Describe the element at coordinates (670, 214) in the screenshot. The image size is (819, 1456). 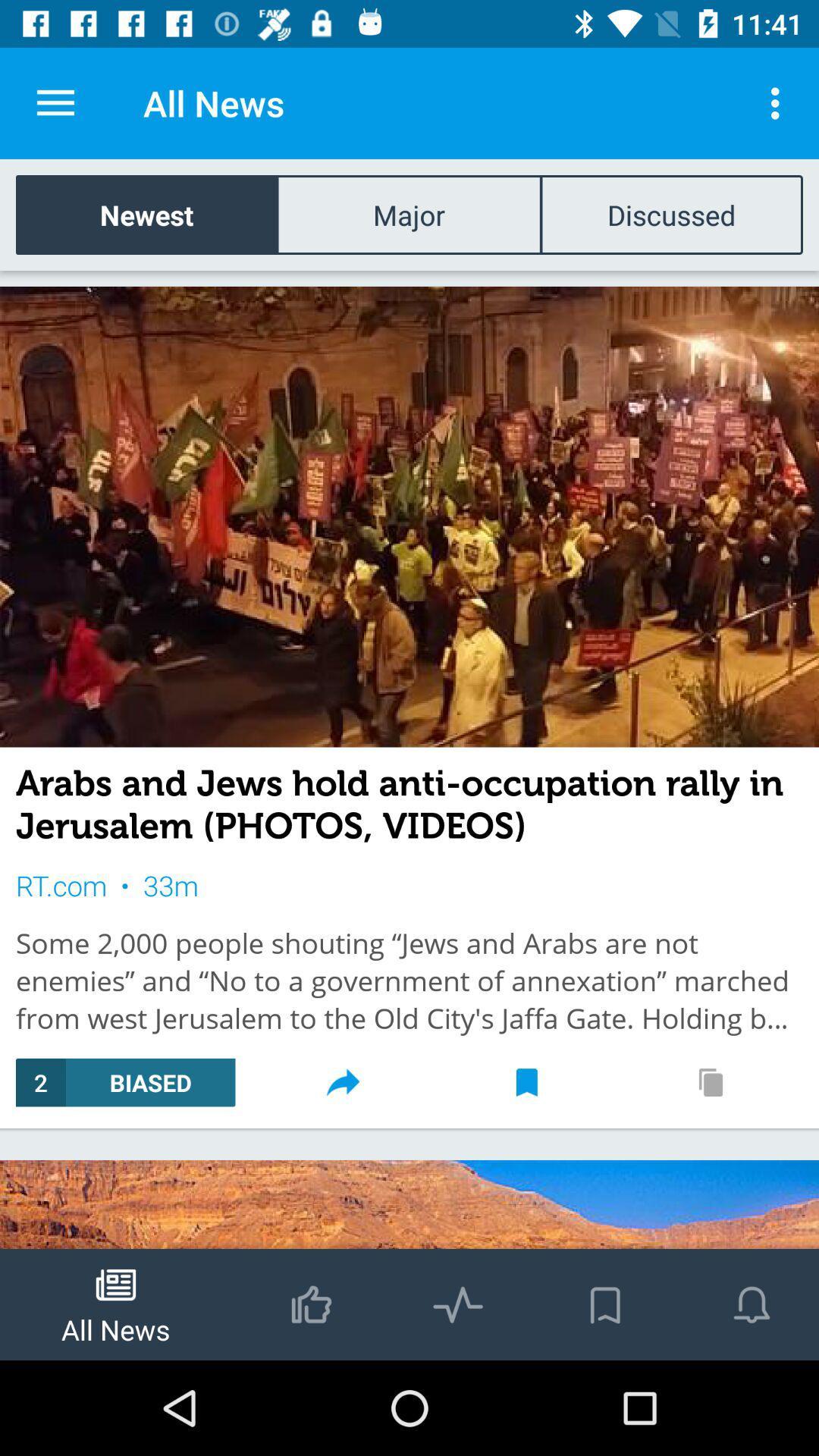
I see `discussed icon` at that location.